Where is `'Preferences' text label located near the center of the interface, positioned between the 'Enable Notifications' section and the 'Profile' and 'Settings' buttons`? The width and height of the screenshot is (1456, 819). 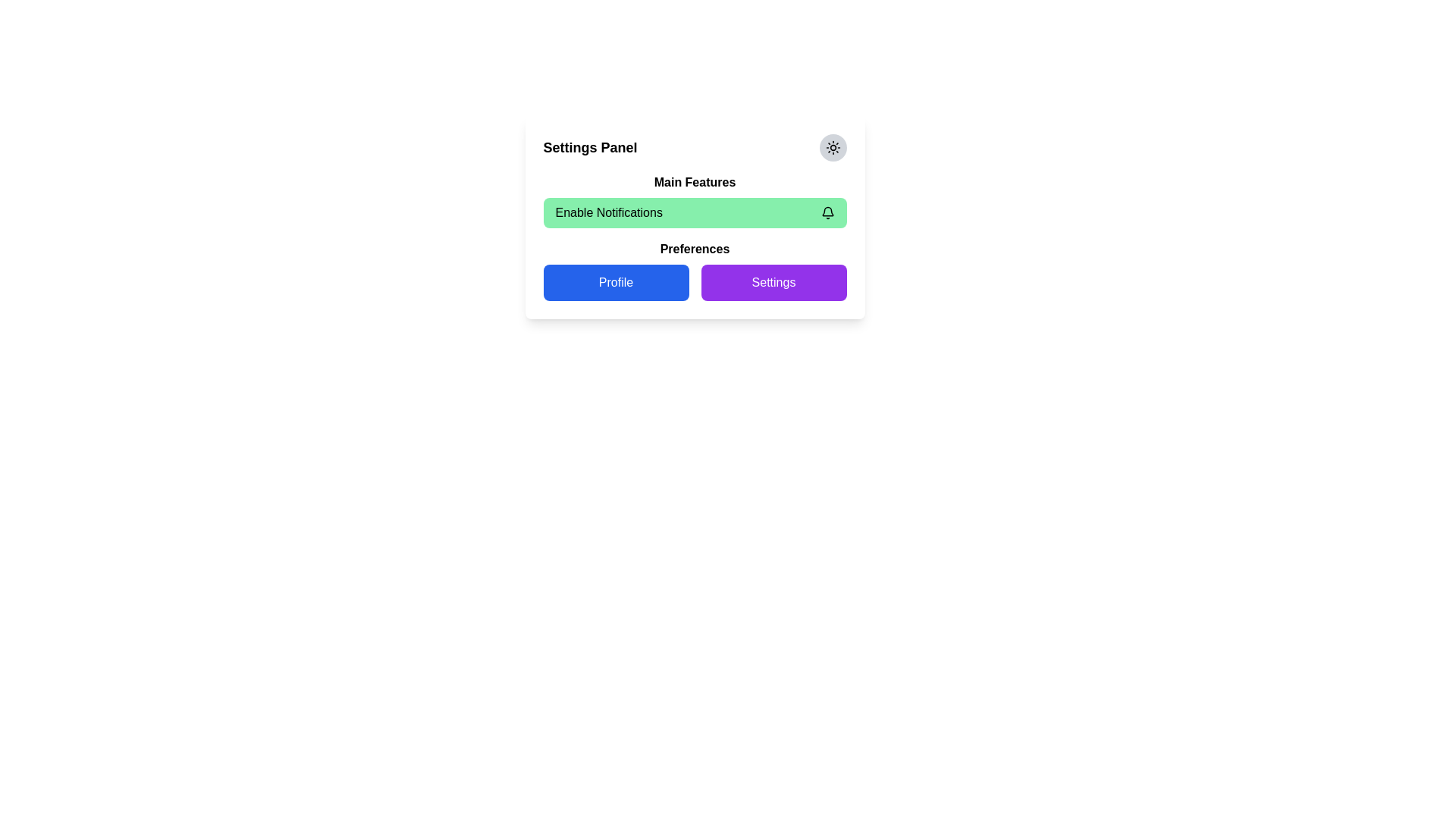
'Preferences' text label located near the center of the interface, positioned between the 'Enable Notifications' section and the 'Profile' and 'Settings' buttons is located at coordinates (694, 248).